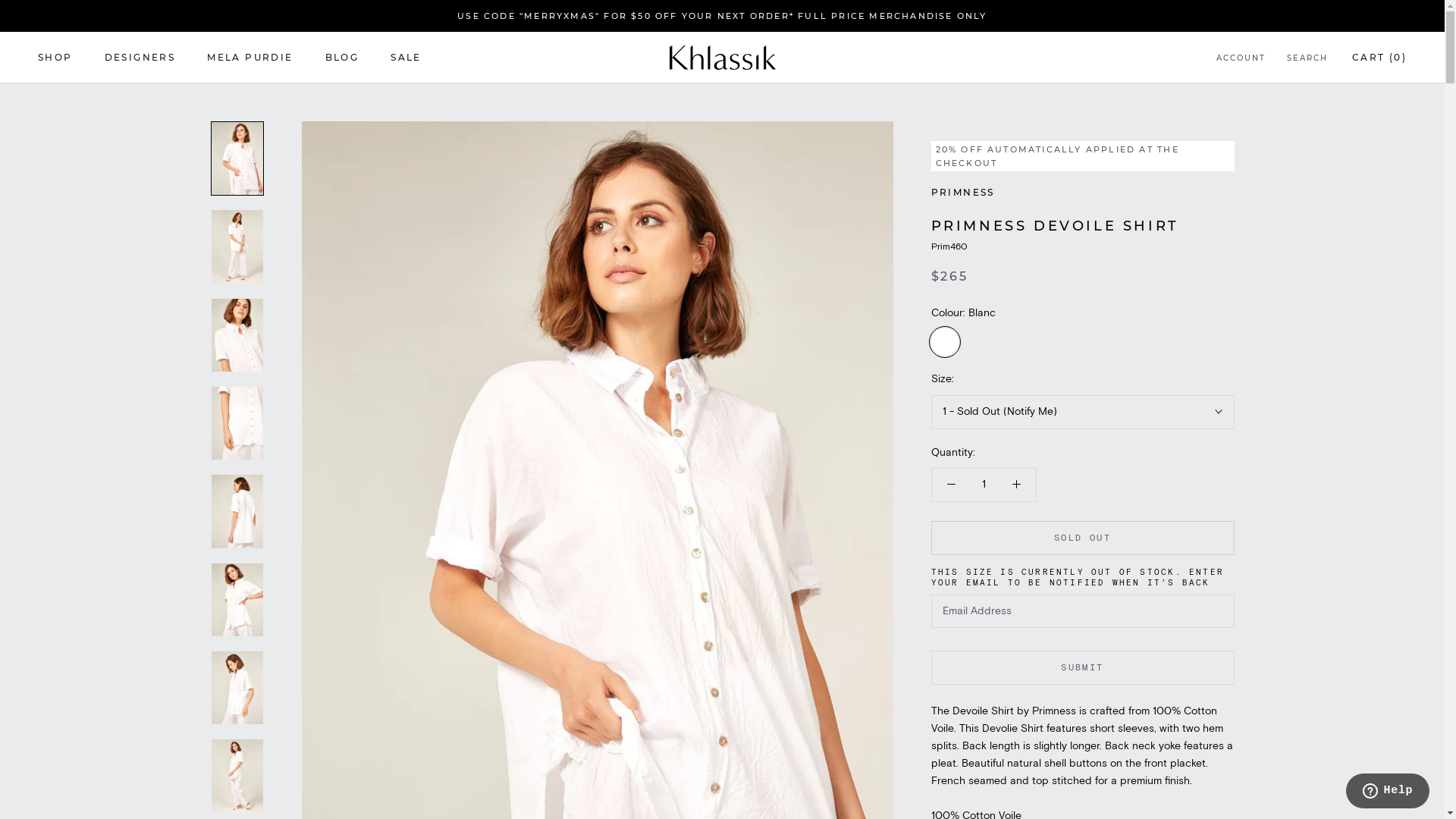 The width and height of the screenshot is (1456, 819). What do you see at coordinates (249, 56) in the screenshot?
I see `'MELA PURDIE'` at bounding box center [249, 56].